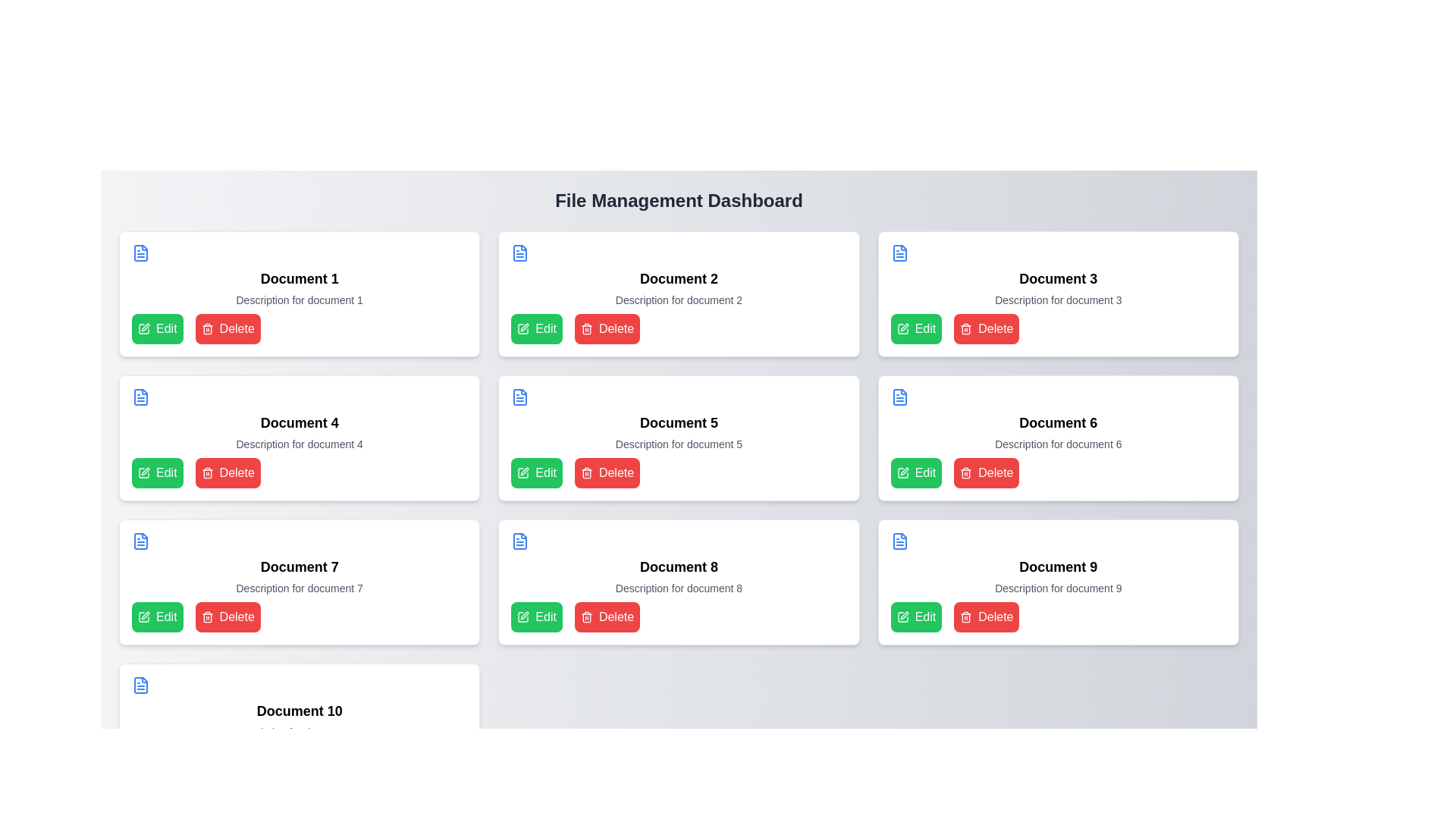  What do you see at coordinates (141, 685) in the screenshot?
I see `the small document icon with a blue border located in the top-left corner of the card for 'Document 10' in the 'File Management Dashboard'` at bounding box center [141, 685].